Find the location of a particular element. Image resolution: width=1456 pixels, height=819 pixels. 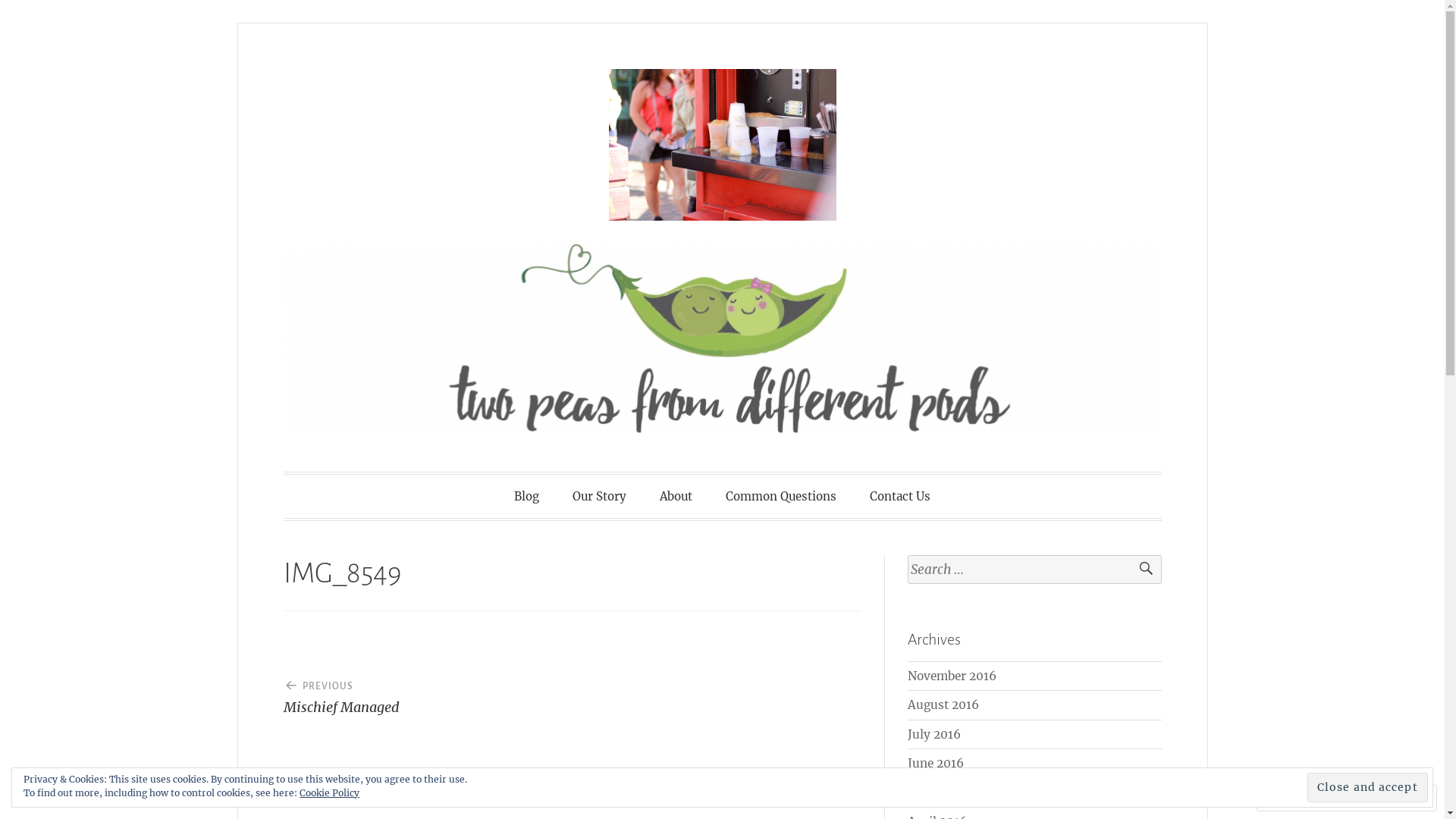

'July 2016' is located at coordinates (934, 733).